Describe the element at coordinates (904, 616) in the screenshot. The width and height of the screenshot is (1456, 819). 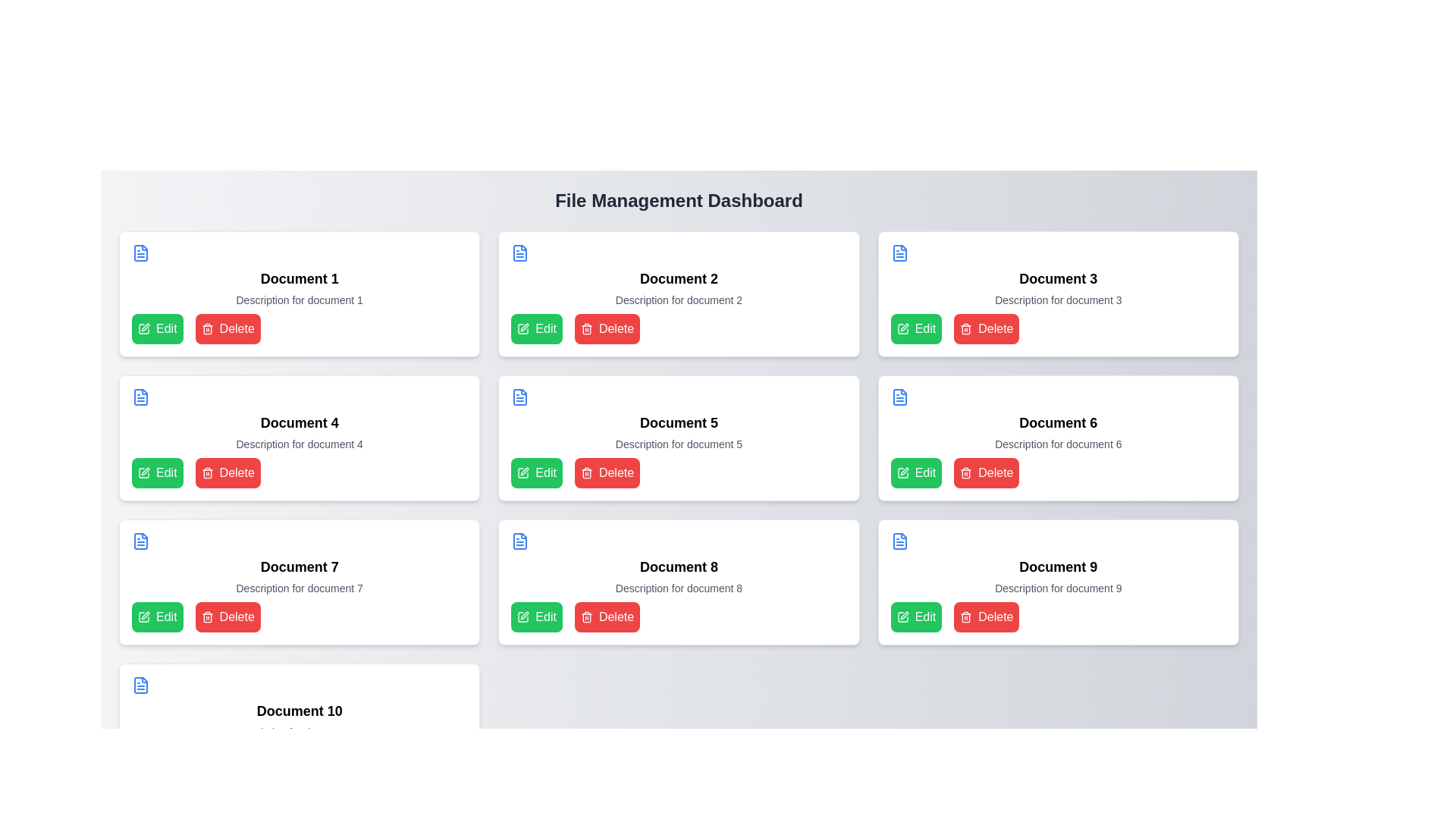
I see `the 'Edit' icon located within the 'Document 9' card` at that location.